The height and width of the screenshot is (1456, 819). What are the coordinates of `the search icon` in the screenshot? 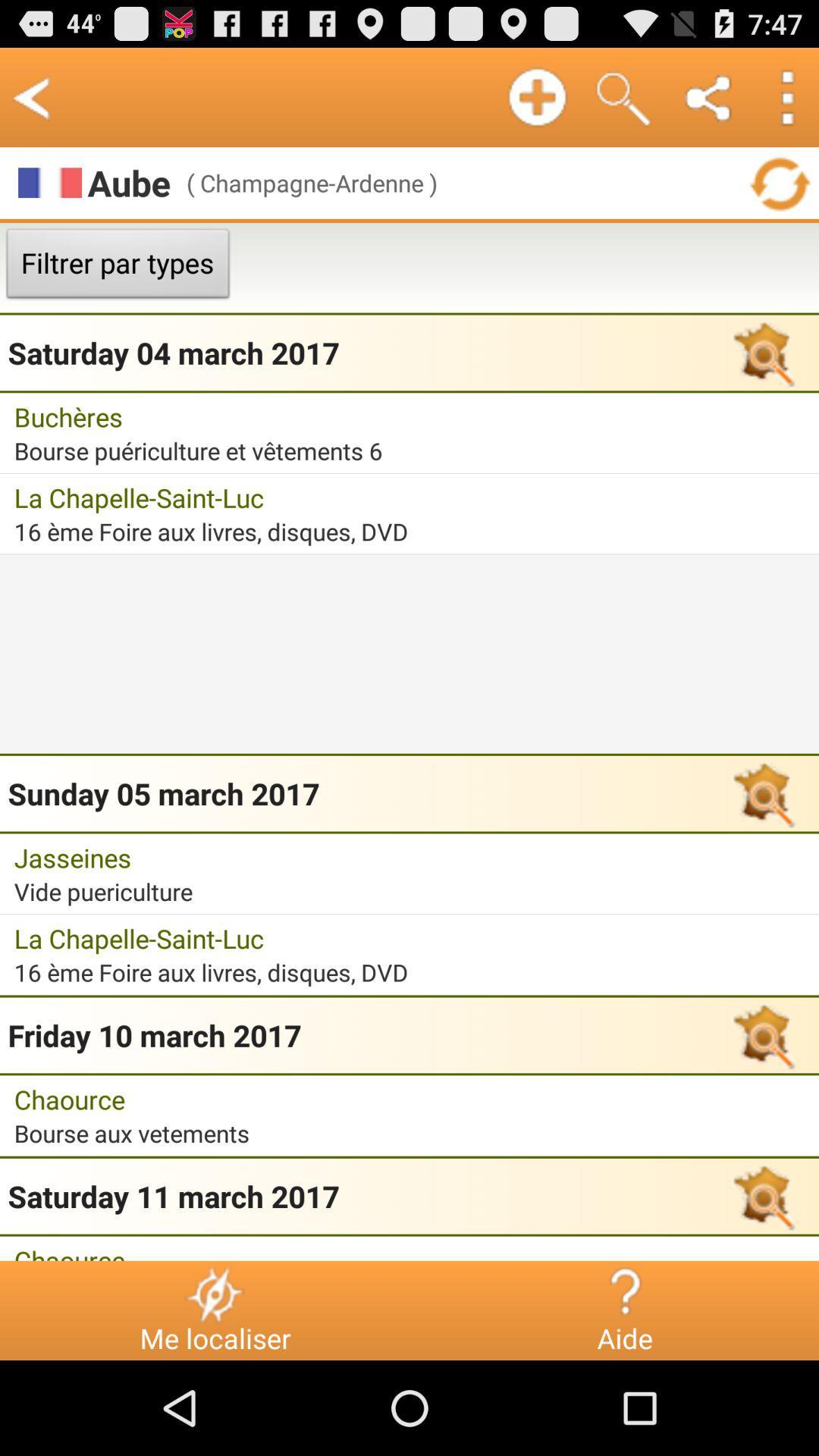 It's located at (623, 103).